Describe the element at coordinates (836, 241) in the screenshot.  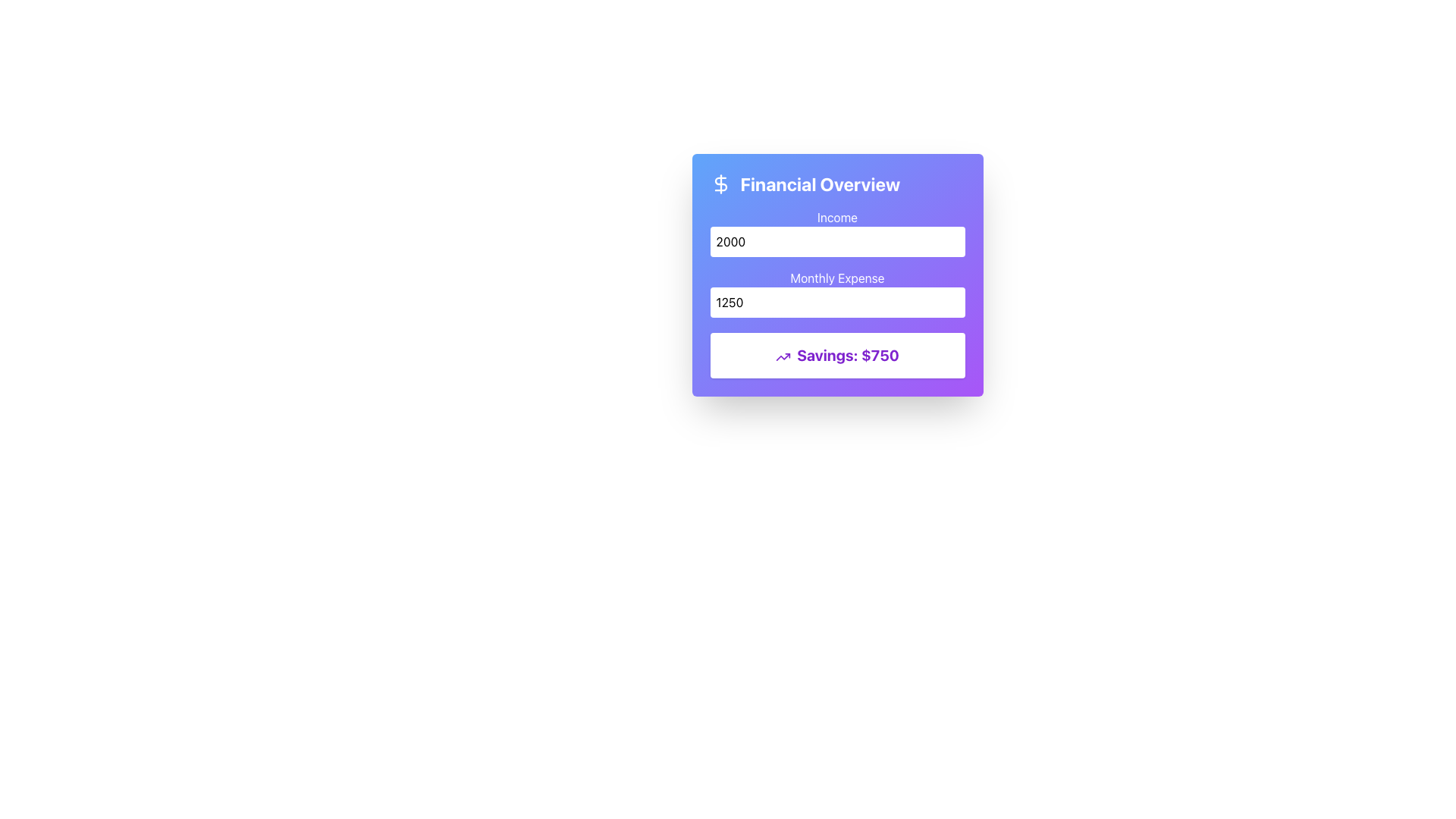
I see `the Number Input Field displaying the number '2000' to focus and edit its content` at that location.